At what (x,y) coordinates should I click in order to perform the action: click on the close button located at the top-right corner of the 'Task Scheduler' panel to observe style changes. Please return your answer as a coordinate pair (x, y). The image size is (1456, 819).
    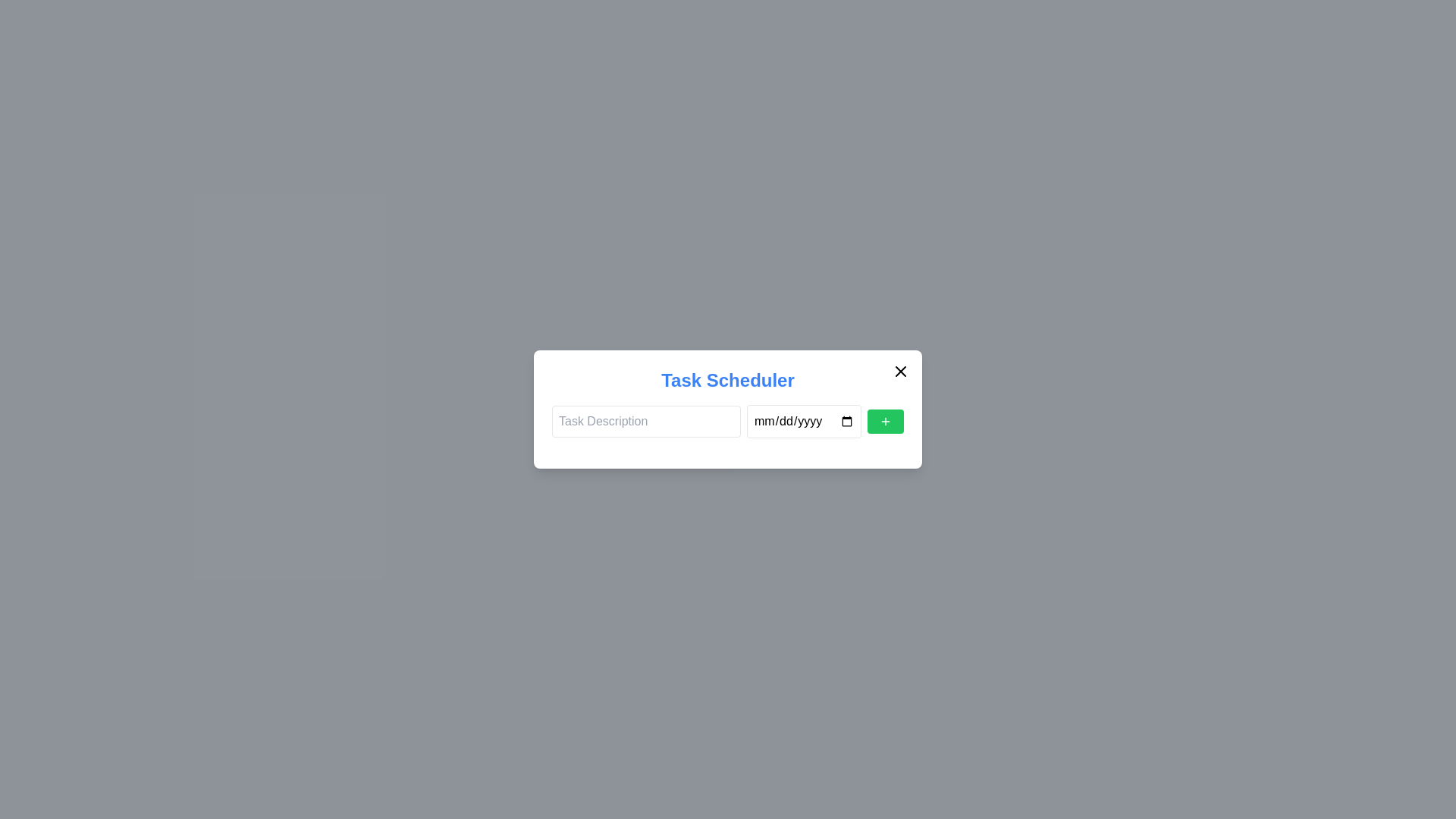
    Looking at the image, I should click on (901, 371).